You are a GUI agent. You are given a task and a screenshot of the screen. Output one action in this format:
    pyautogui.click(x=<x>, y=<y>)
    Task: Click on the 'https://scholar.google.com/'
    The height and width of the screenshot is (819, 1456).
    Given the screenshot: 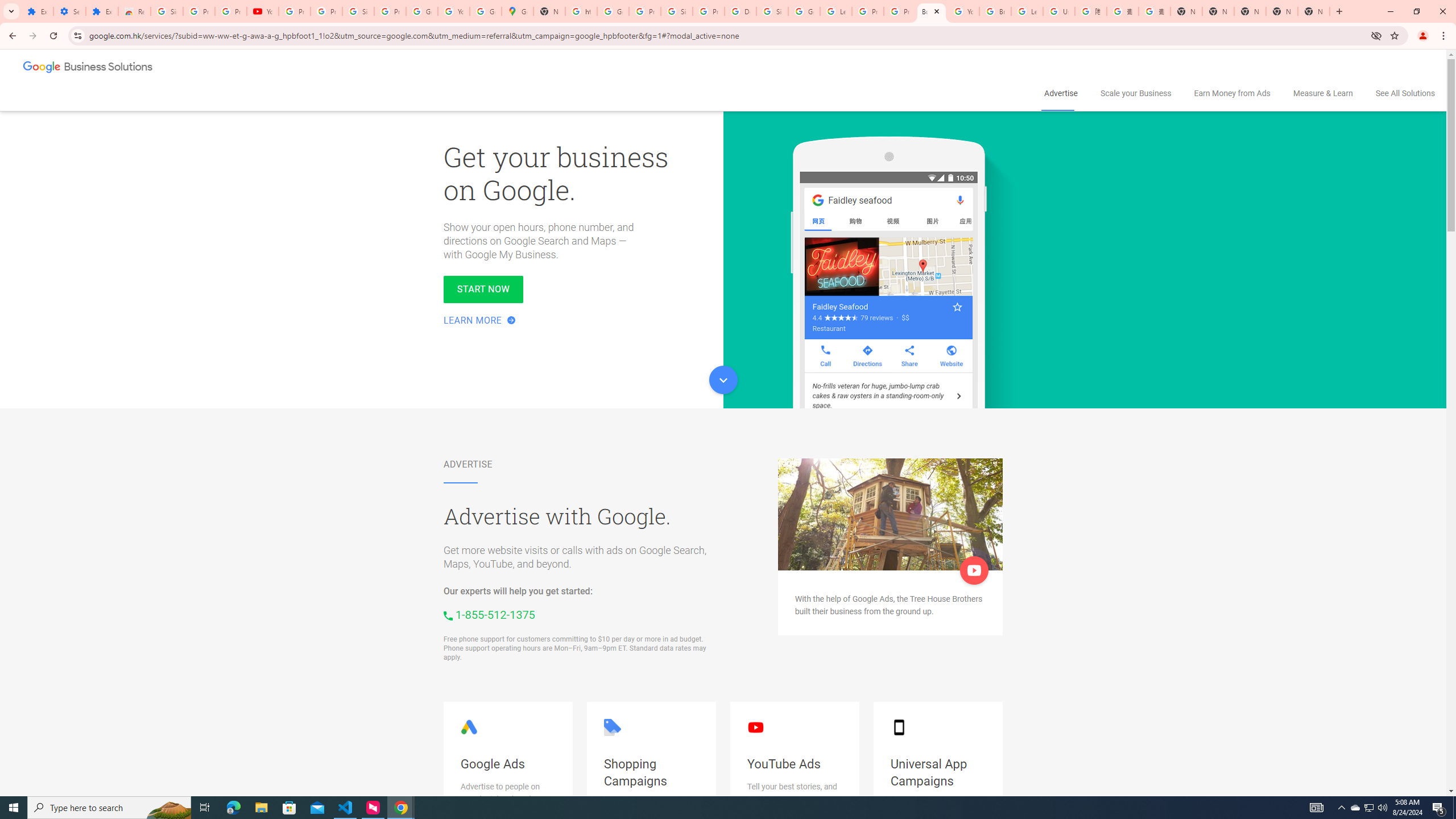 What is the action you would take?
    pyautogui.click(x=581, y=11)
    